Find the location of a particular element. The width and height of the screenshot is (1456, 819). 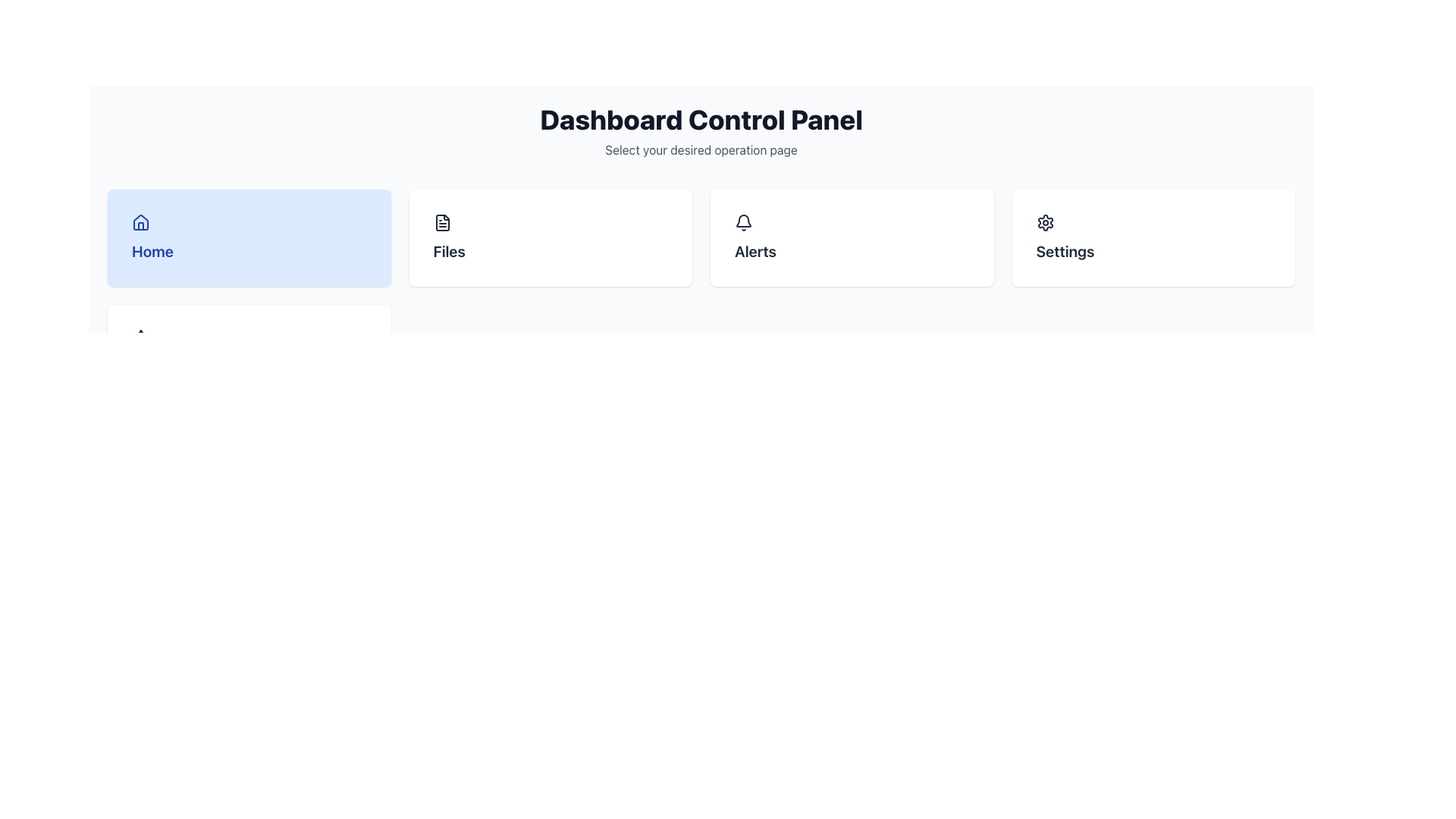

the settings icon located in the 'Settings' card of the 'Dashboard Control Panel', which is the fourth card from the left in the top right corner is located at coordinates (1044, 222).